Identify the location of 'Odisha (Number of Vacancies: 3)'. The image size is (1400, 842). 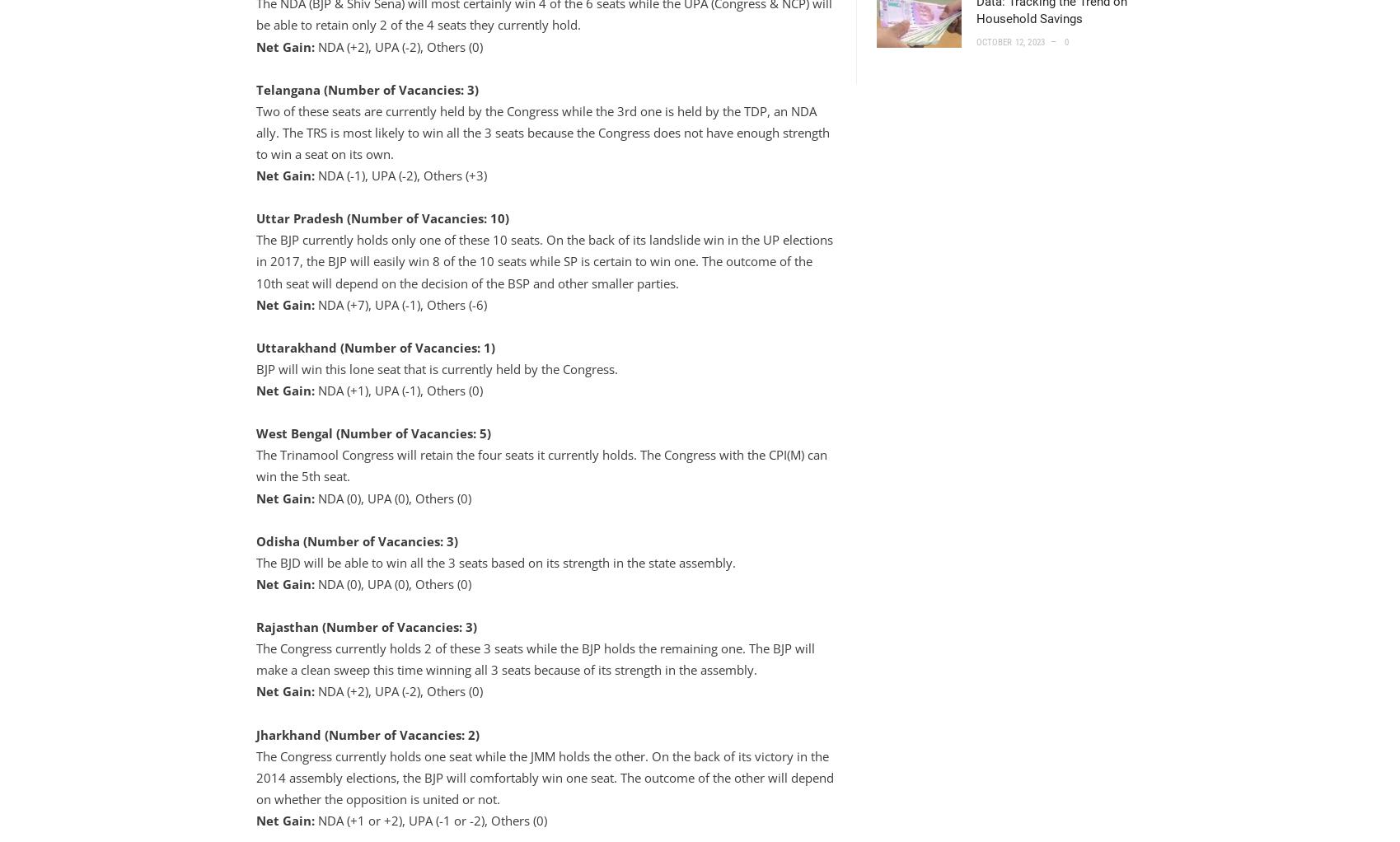
(255, 540).